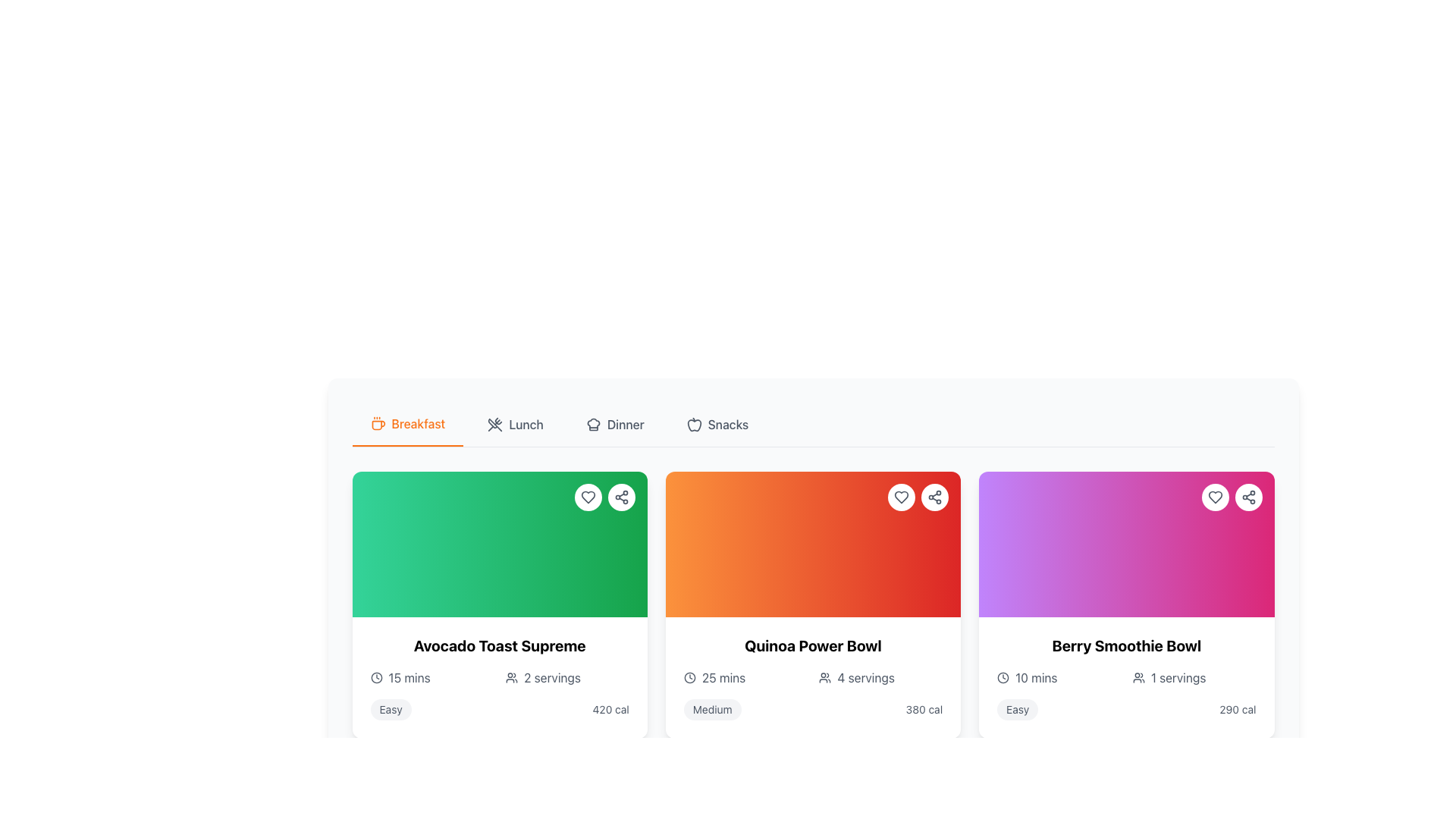 The image size is (1456, 819). Describe the element at coordinates (866, 677) in the screenshot. I see `information from the text label that reads '4 servings', which is styled in gray font on a white background and located in the middle card of three horizontal cards, positioned to the right of a user icon and below the title 'Quinoa Power Bowl'` at that location.